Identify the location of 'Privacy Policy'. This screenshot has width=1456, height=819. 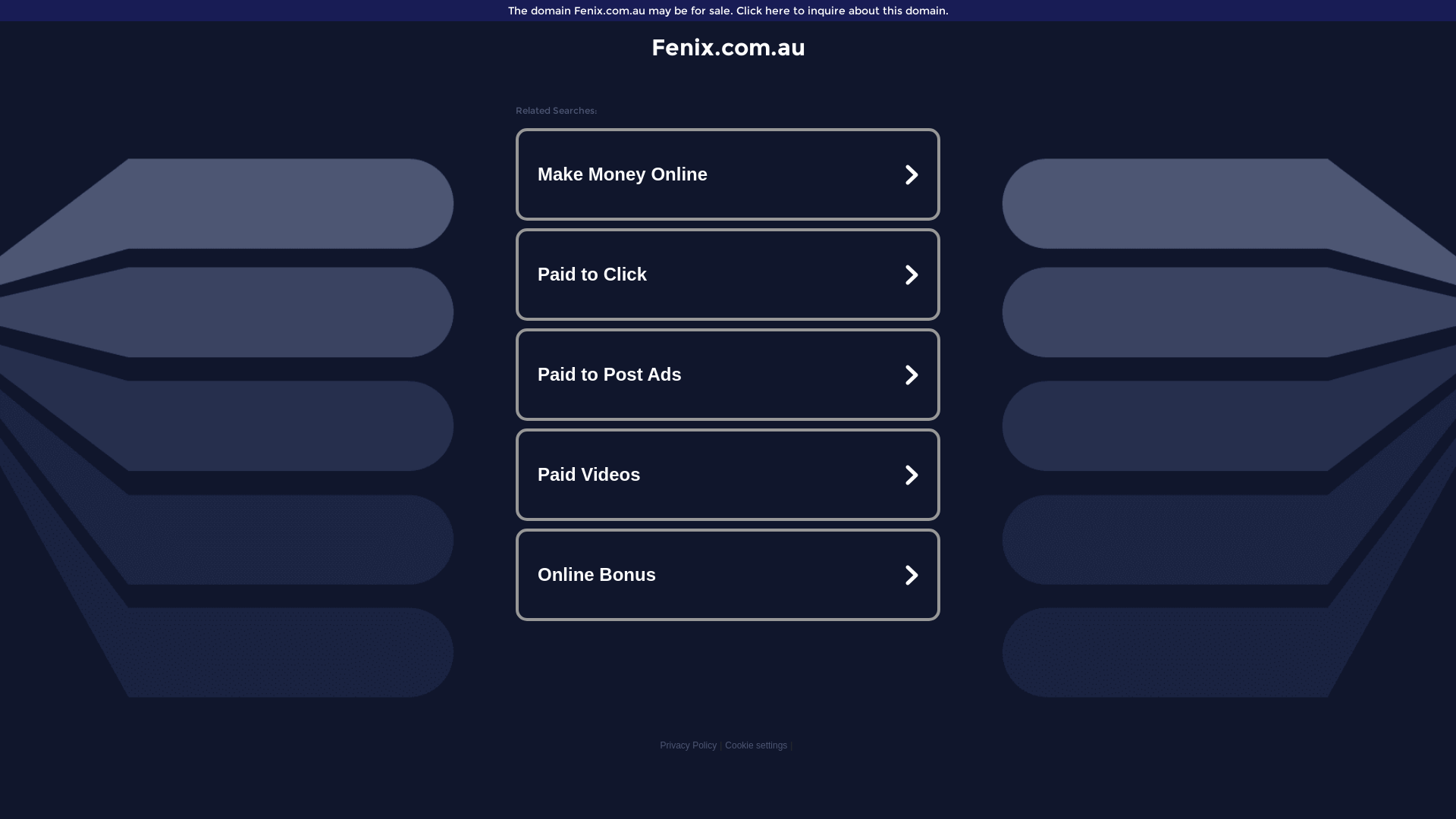
(687, 745).